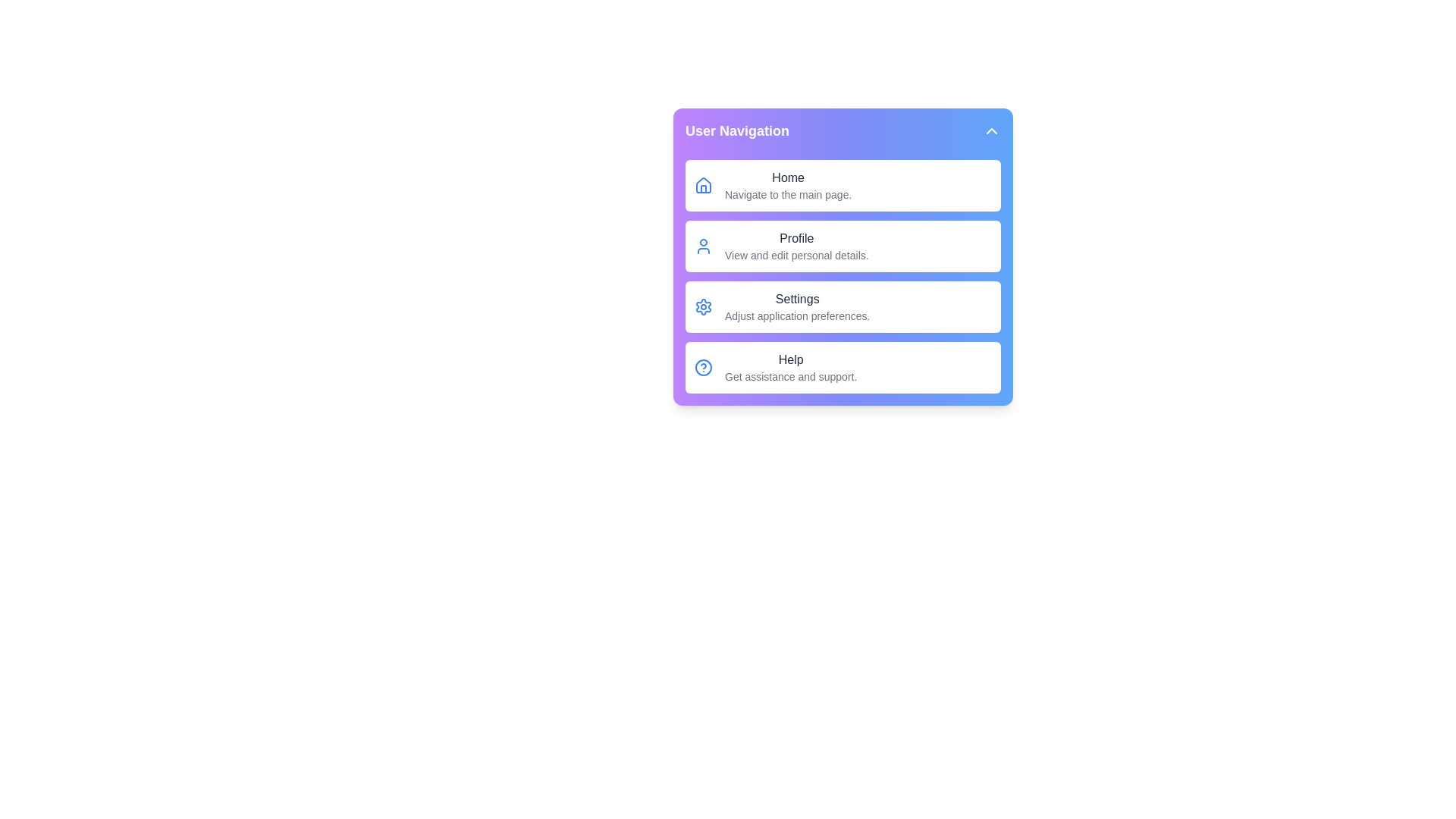  Describe the element at coordinates (702, 185) in the screenshot. I see `the Home icon in the dropdown menu` at that location.